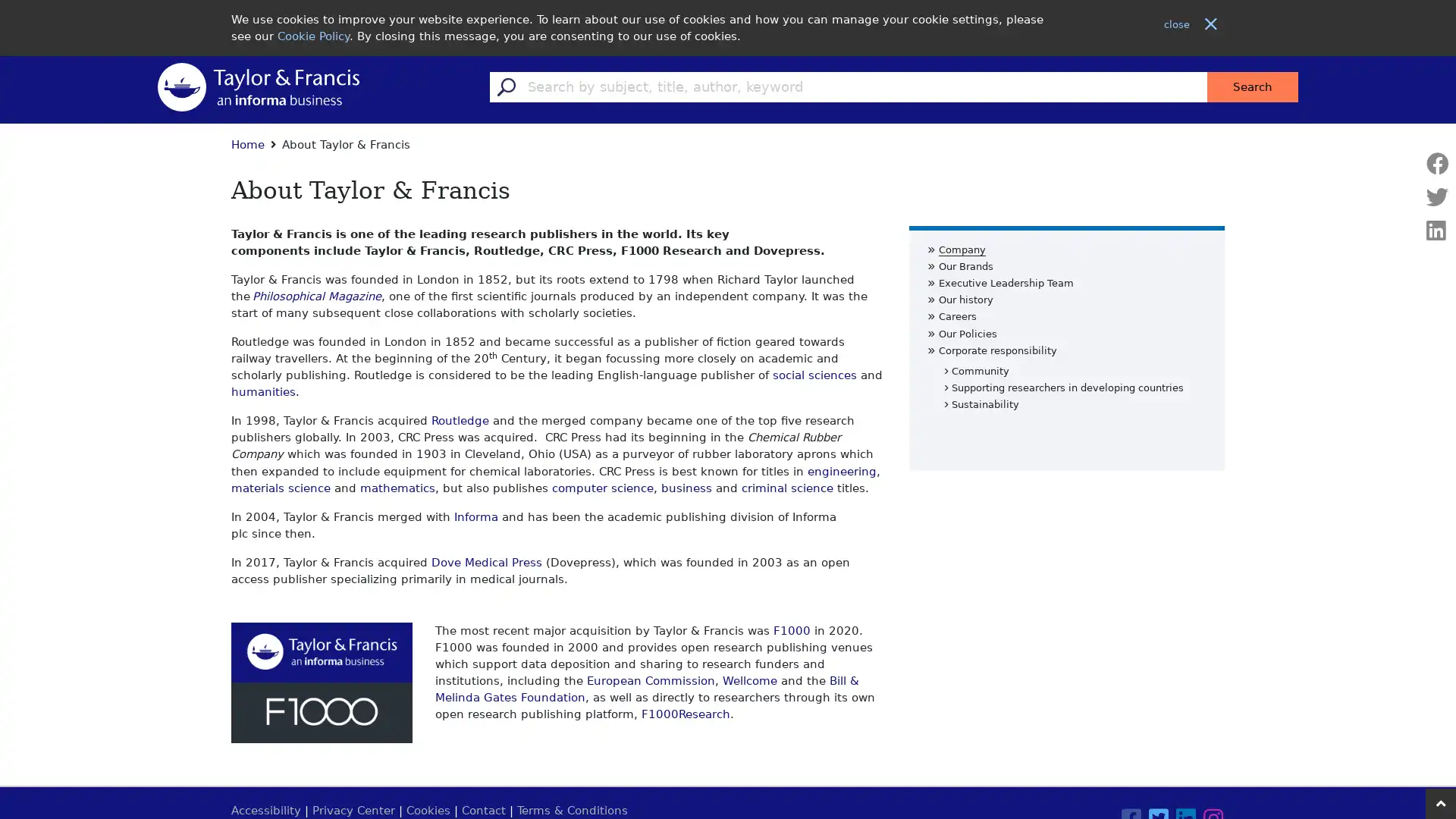  What do you see at coordinates (1252, 86) in the screenshot?
I see `Search` at bounding box center [1252, 86].